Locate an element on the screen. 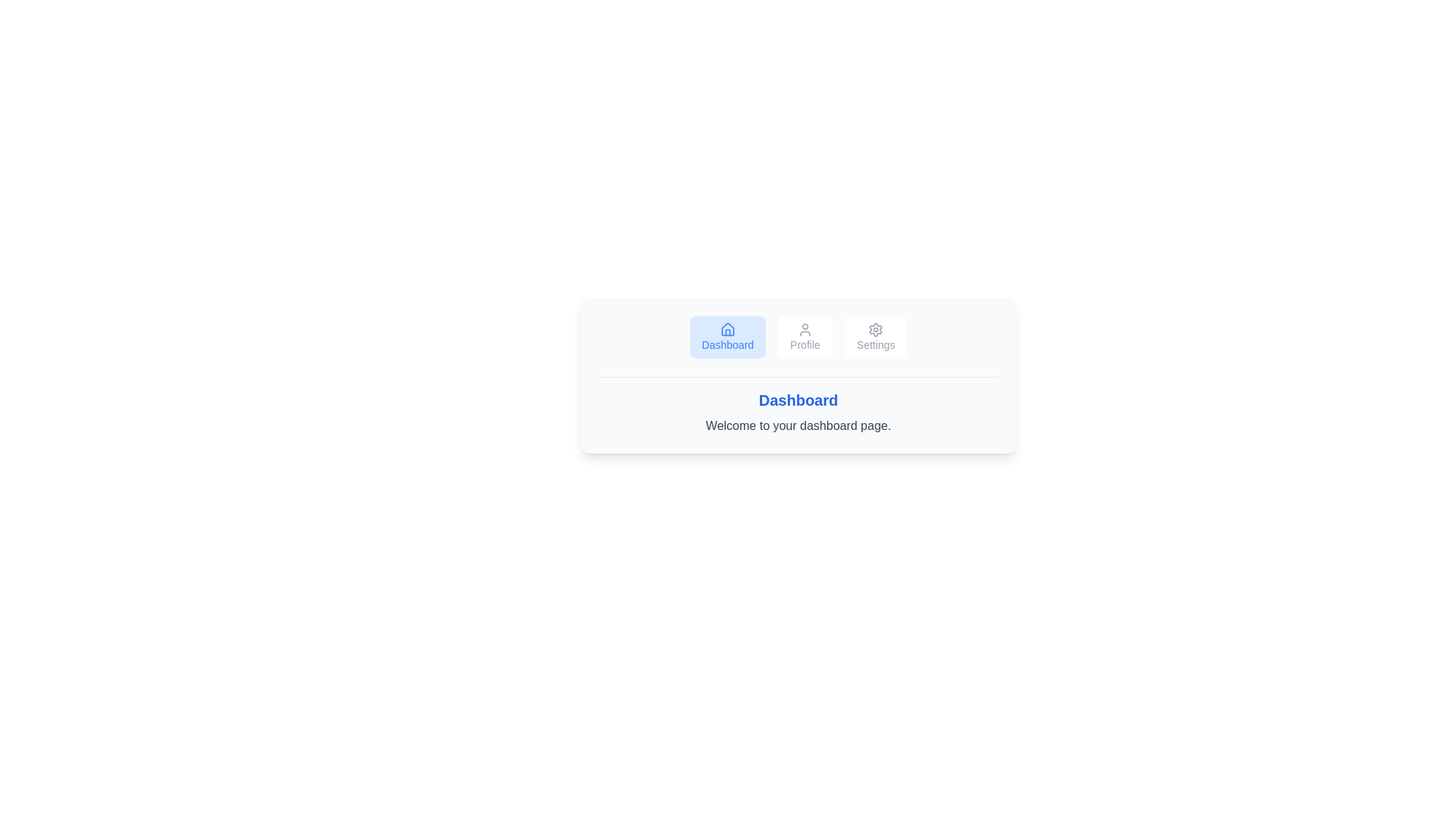 The width and height of the screenshot is (1456, 819). the icon of the Dashboard tab to inspect it visually is located at coordinates (726, 329).